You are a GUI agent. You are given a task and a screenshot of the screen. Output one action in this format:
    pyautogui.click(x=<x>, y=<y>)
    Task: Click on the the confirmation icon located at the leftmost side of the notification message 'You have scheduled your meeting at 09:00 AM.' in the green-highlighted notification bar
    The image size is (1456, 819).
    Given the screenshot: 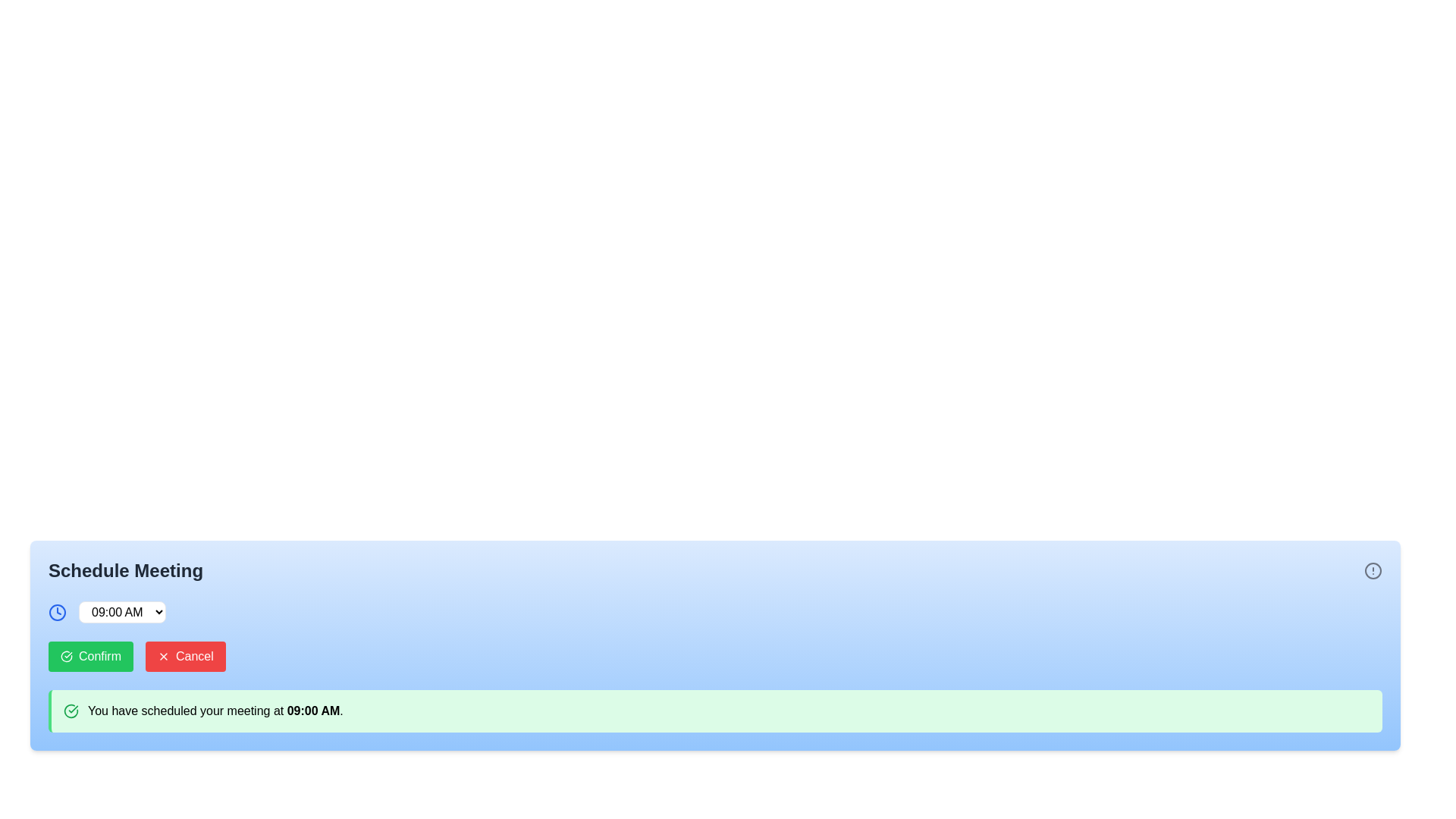 What is the action you would take?
    pyautogui.click(x=71, y=711)
    